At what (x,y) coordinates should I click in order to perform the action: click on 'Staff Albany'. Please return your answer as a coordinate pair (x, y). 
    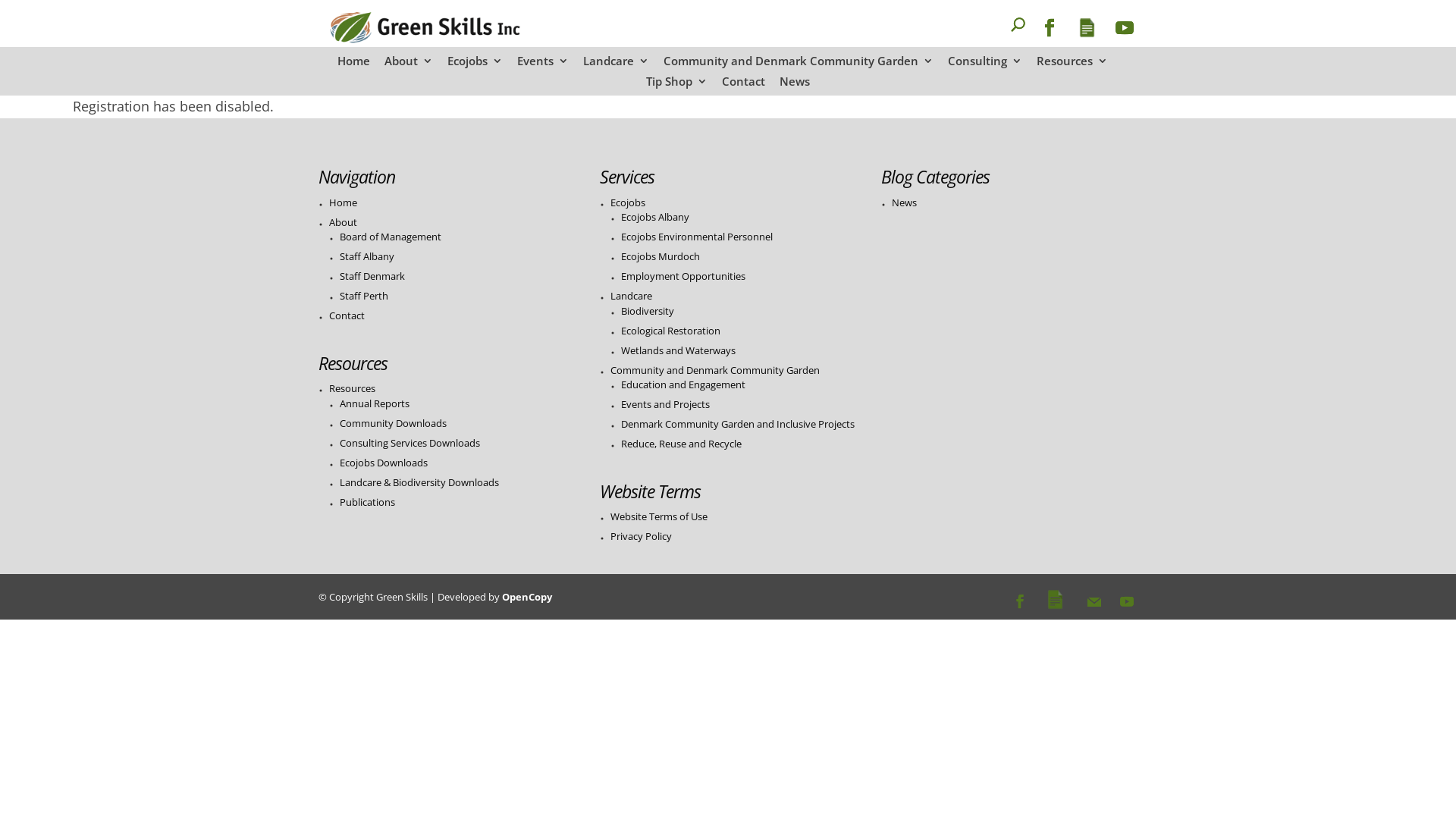
    Looking at the image, I should click on (367, 256).